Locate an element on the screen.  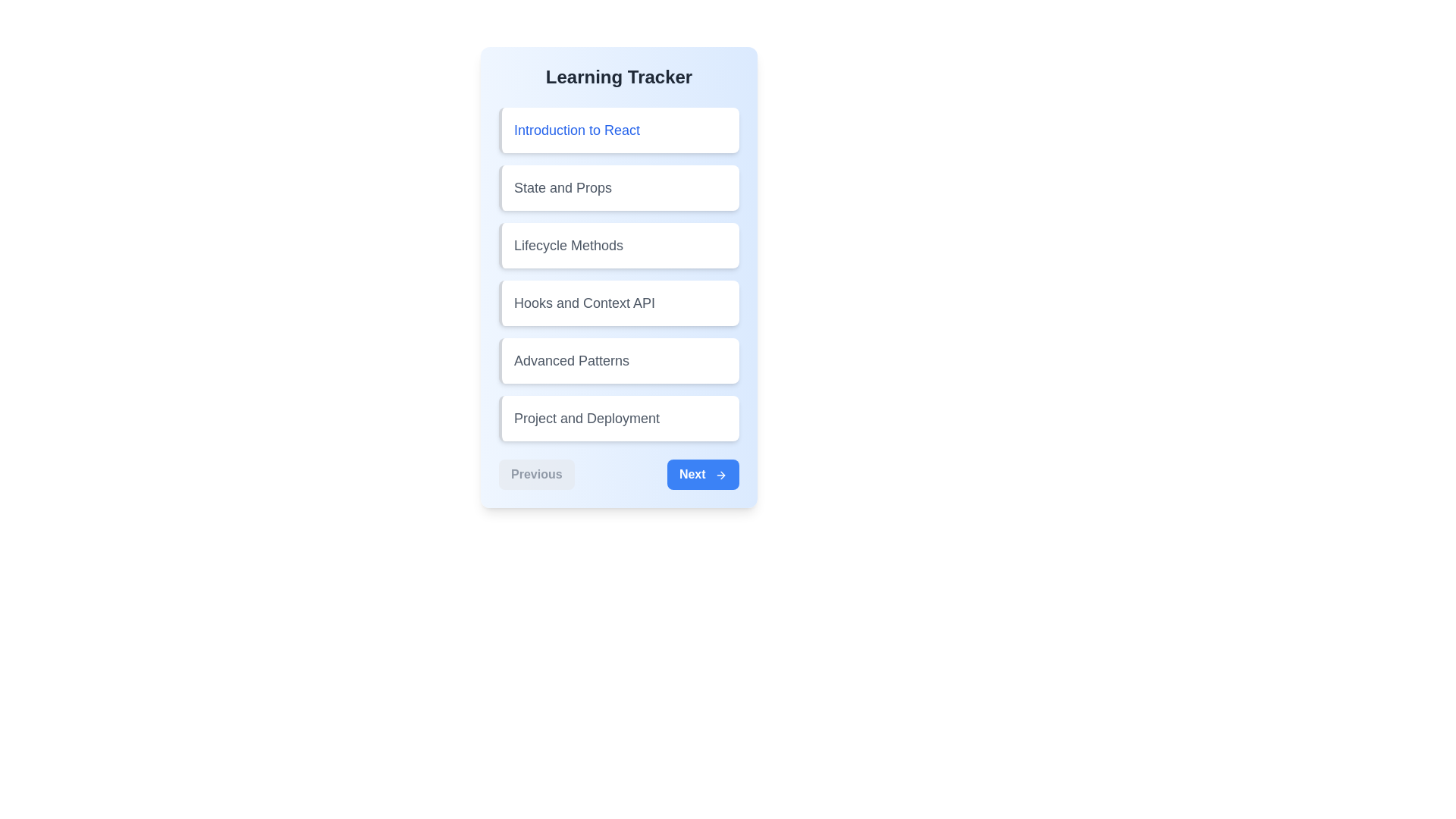
the lesson titled 'Hooks and Context API' to select it is located at coordinates (619, 303).